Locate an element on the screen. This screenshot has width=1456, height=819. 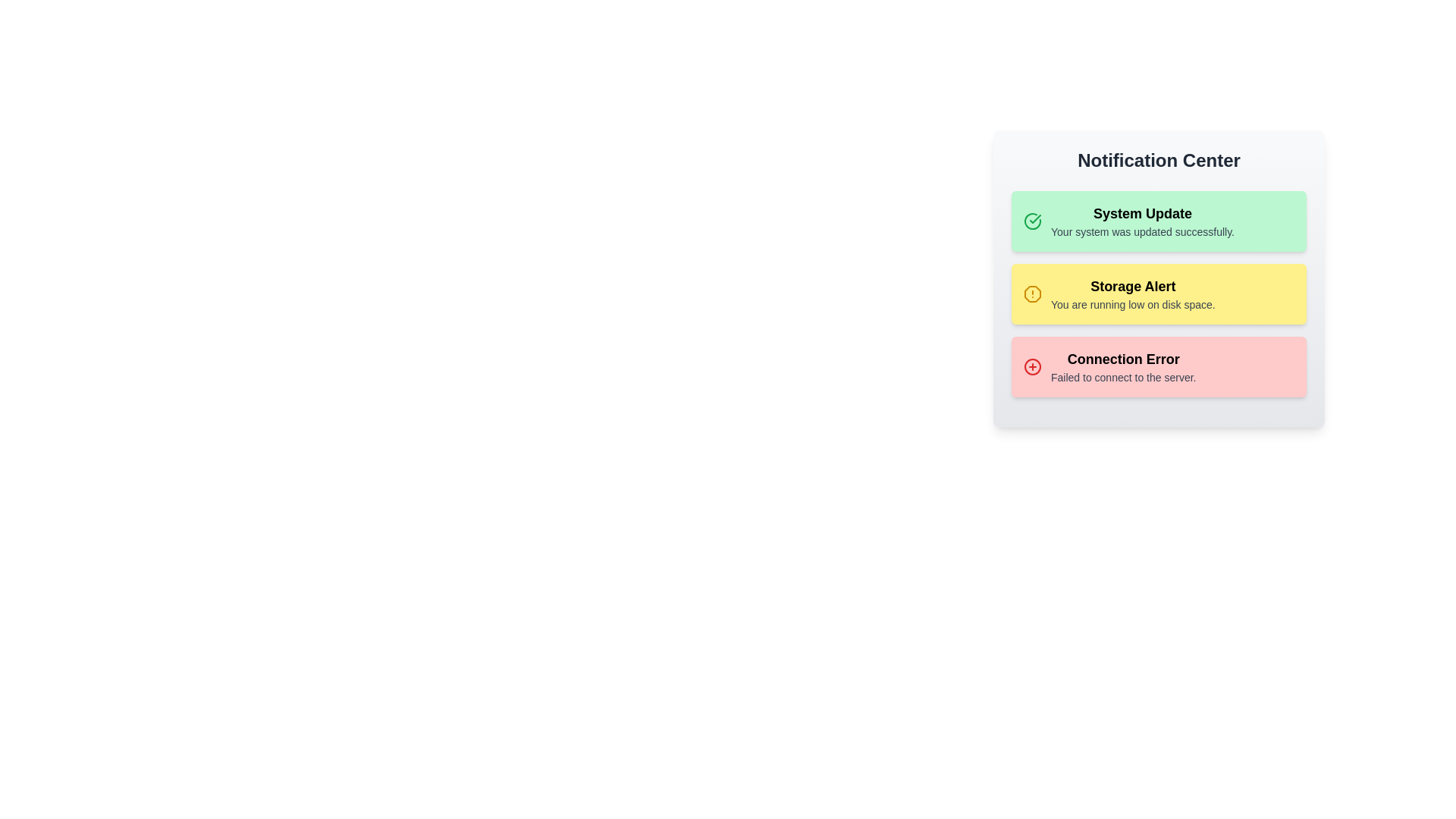
the notification icon for System Update is located at coordinates (1032, 221).